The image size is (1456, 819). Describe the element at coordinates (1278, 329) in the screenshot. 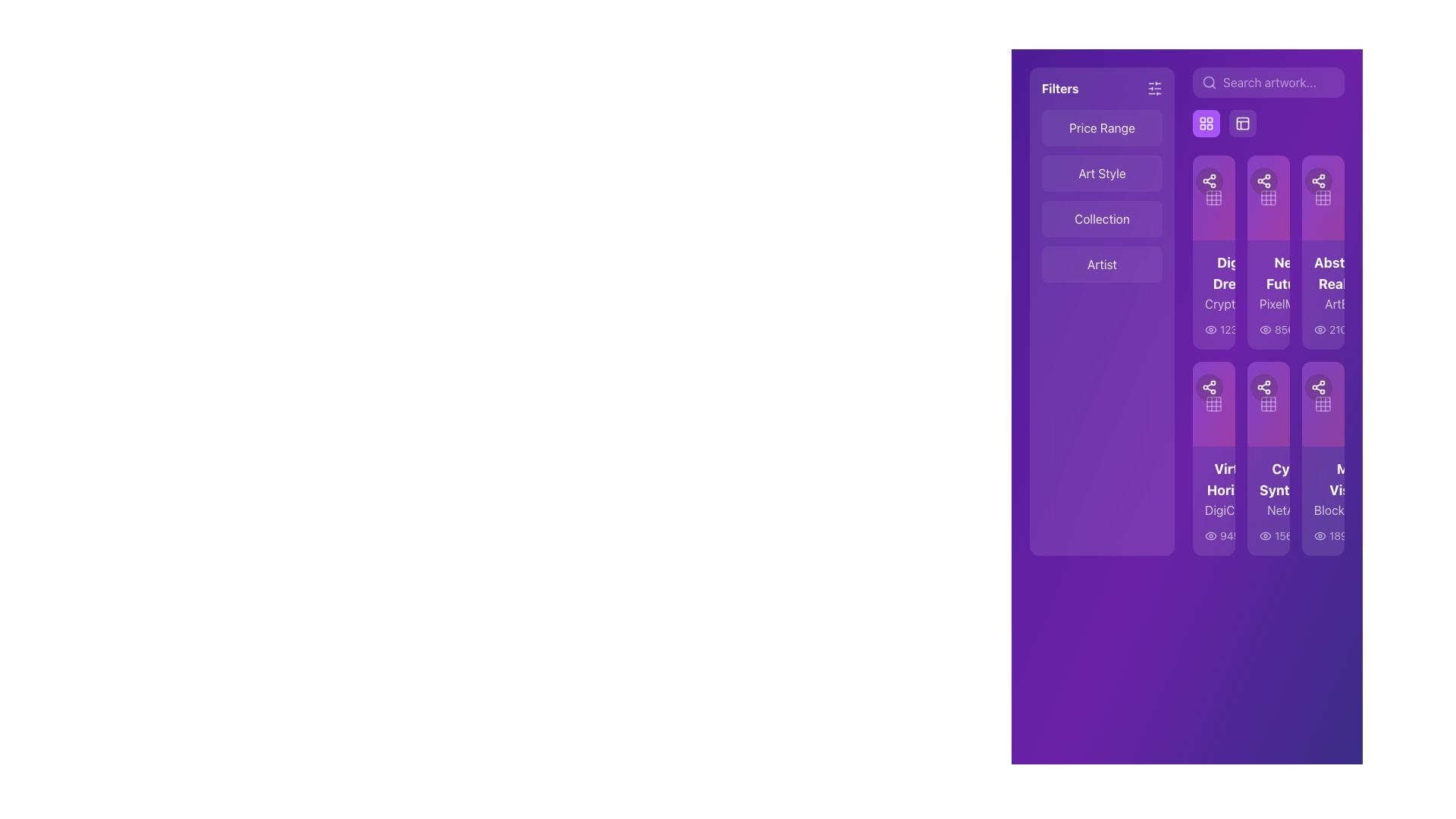

I see `the information icon, which is a small outlined circle with an 'i' inside, located to the far right of the numerical text '89'` at that location.